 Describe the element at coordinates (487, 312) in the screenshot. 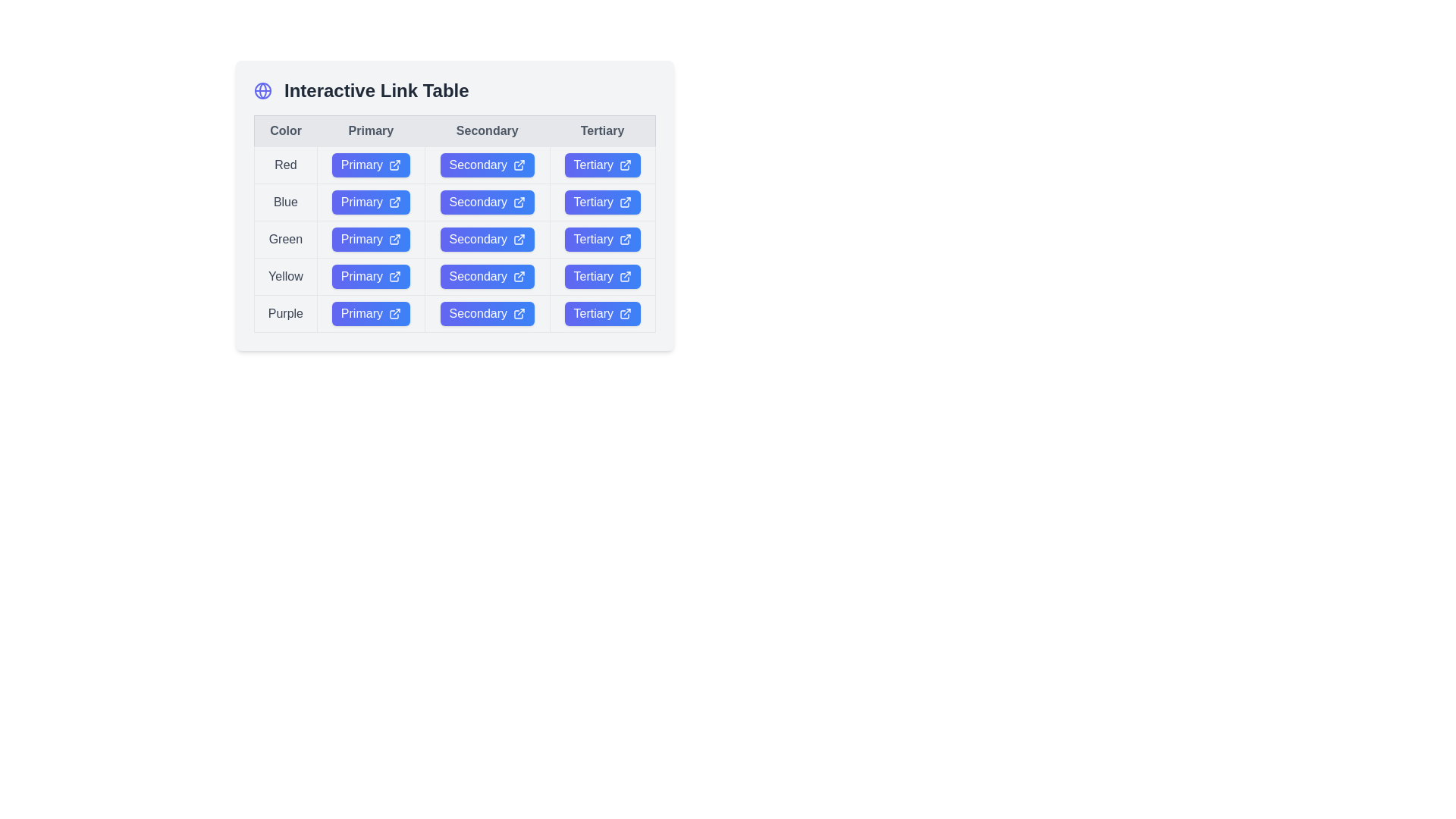

I see `the 'Secondary' button in the 'Purple' row of the 'Interactive Link Table'` at that location.